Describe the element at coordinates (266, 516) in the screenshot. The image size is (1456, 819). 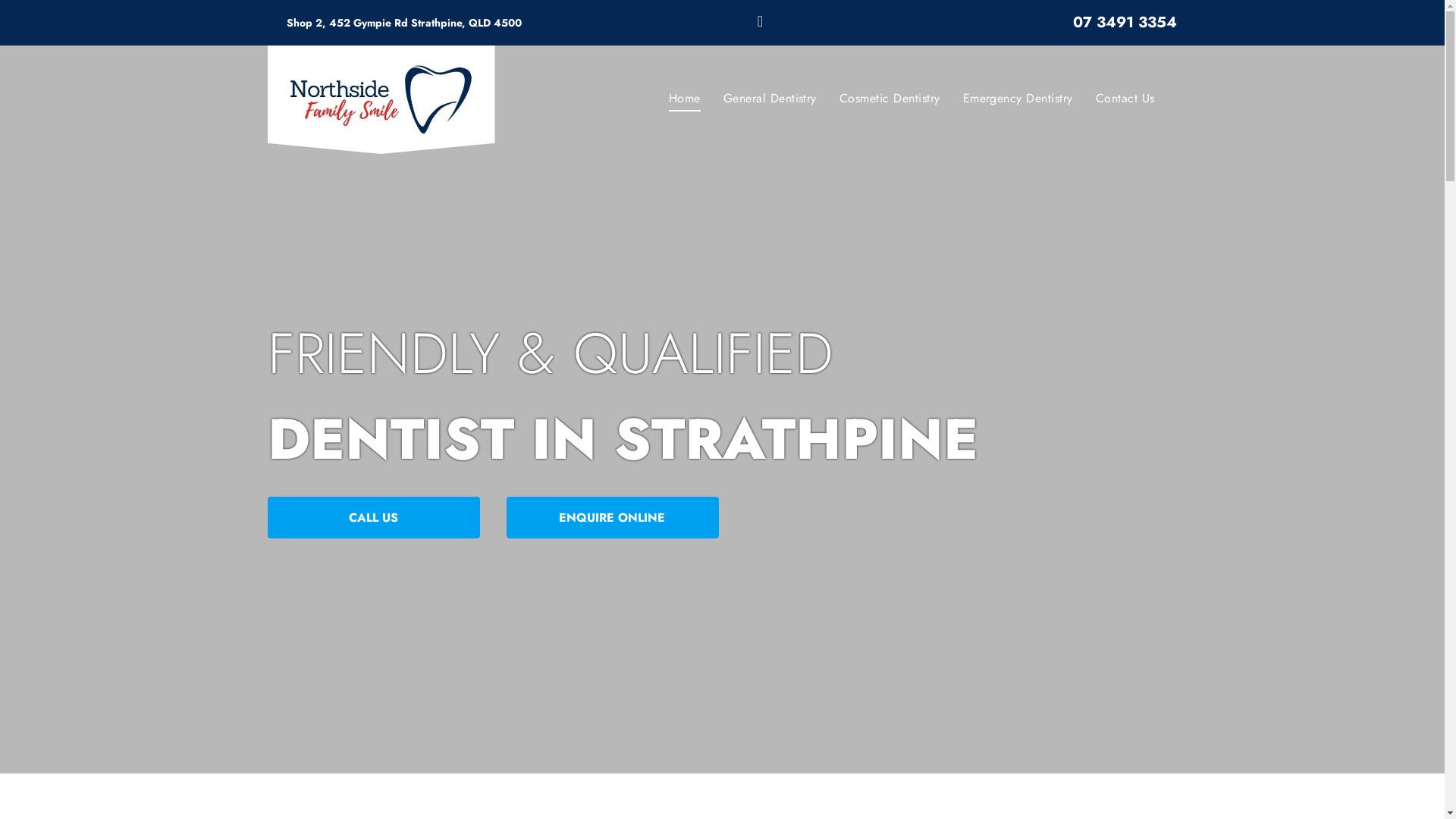
I see `'CALL US'` at that location.